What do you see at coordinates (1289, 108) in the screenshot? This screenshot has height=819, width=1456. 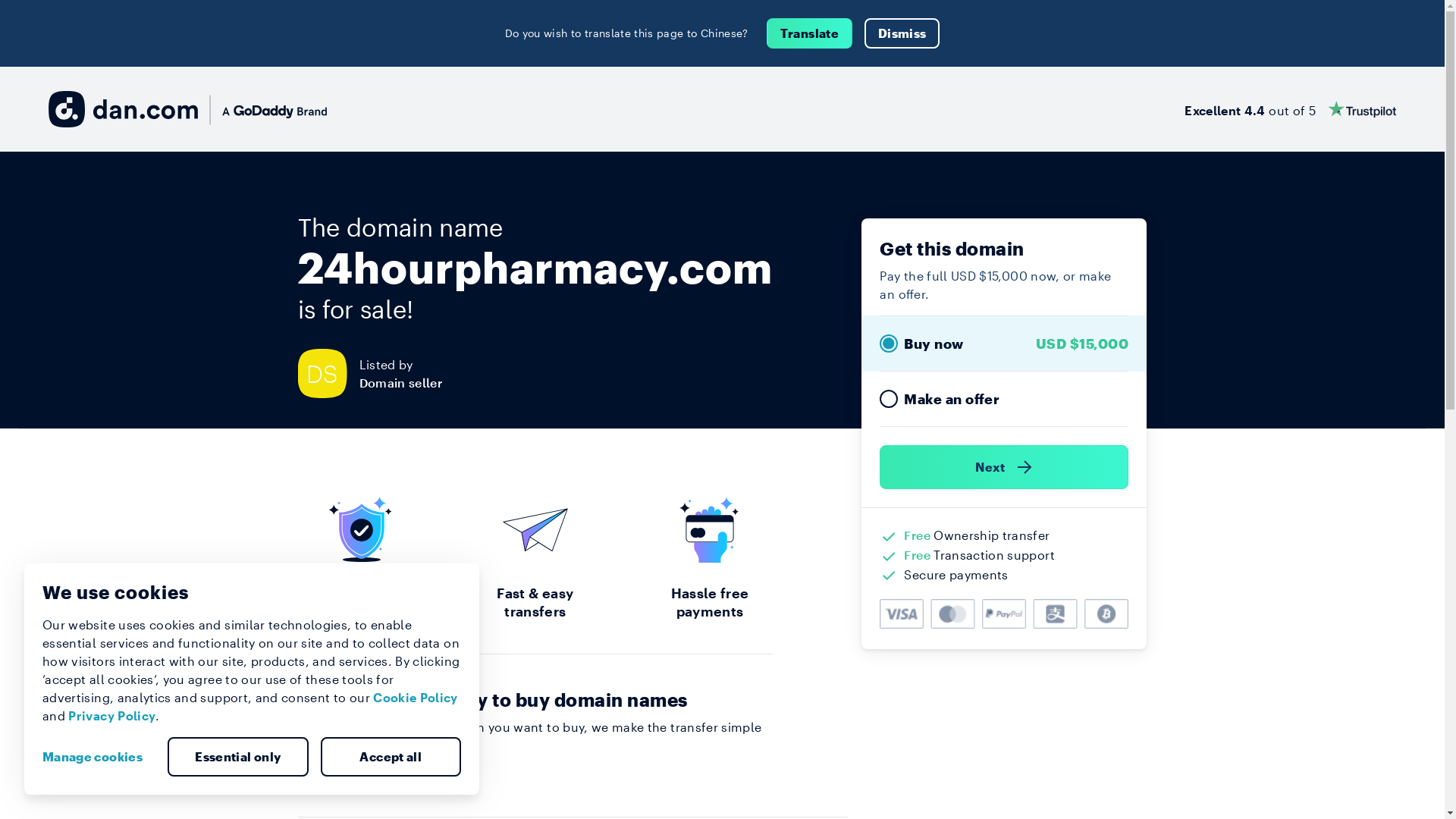 I see `'Excellent 4.4 out of 5'` at bounding box center [1289, 108].